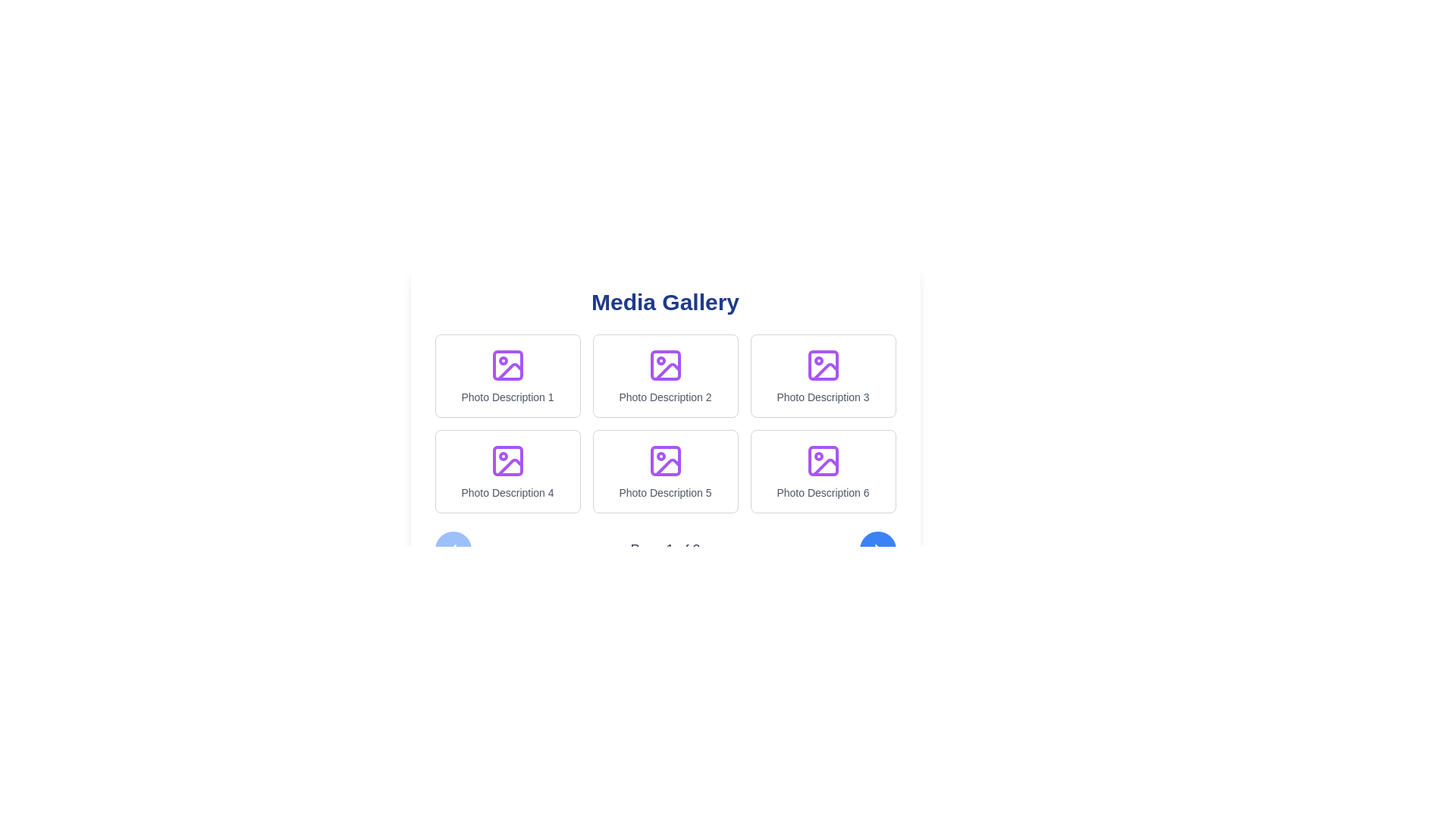  Describe the element at coordinates (665, 493) in the screenshot. I see `the label displaying 'Photo Description 5', which is located under a purple icon and styled with gray text in a small font size` at that location.